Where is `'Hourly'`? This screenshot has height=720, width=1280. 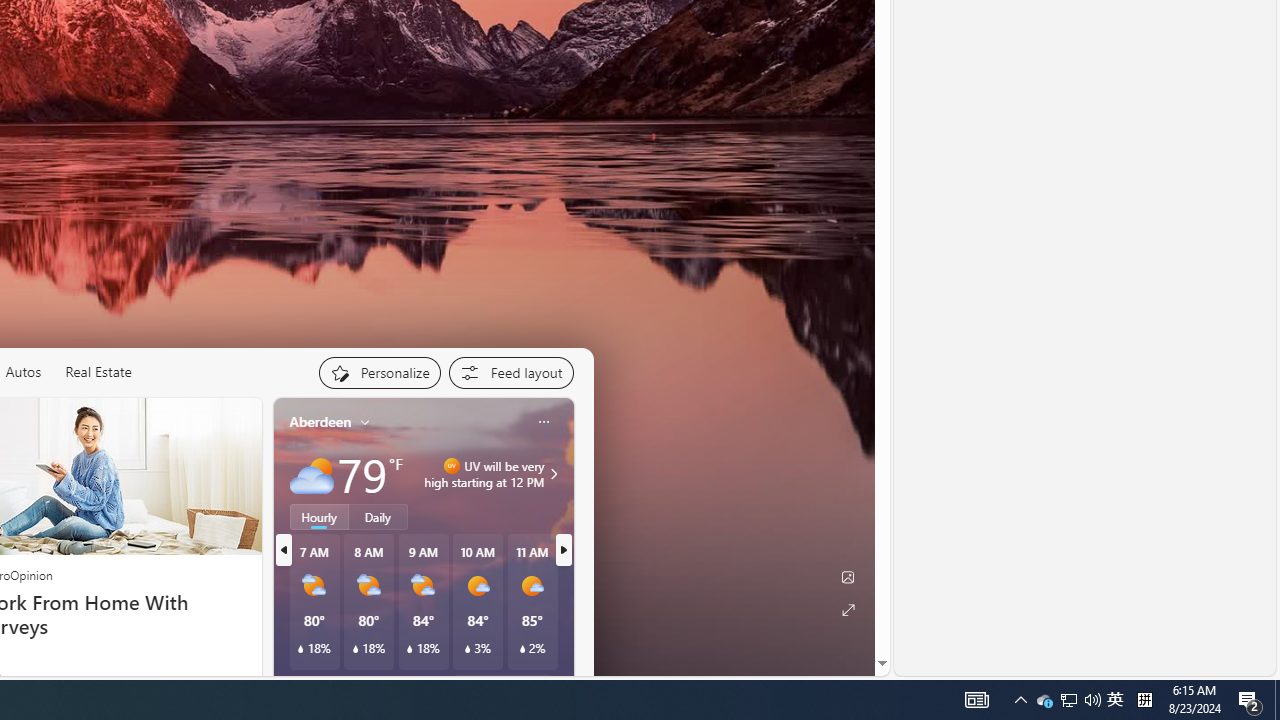
'Hourly' is located at coordinates (318, 515).